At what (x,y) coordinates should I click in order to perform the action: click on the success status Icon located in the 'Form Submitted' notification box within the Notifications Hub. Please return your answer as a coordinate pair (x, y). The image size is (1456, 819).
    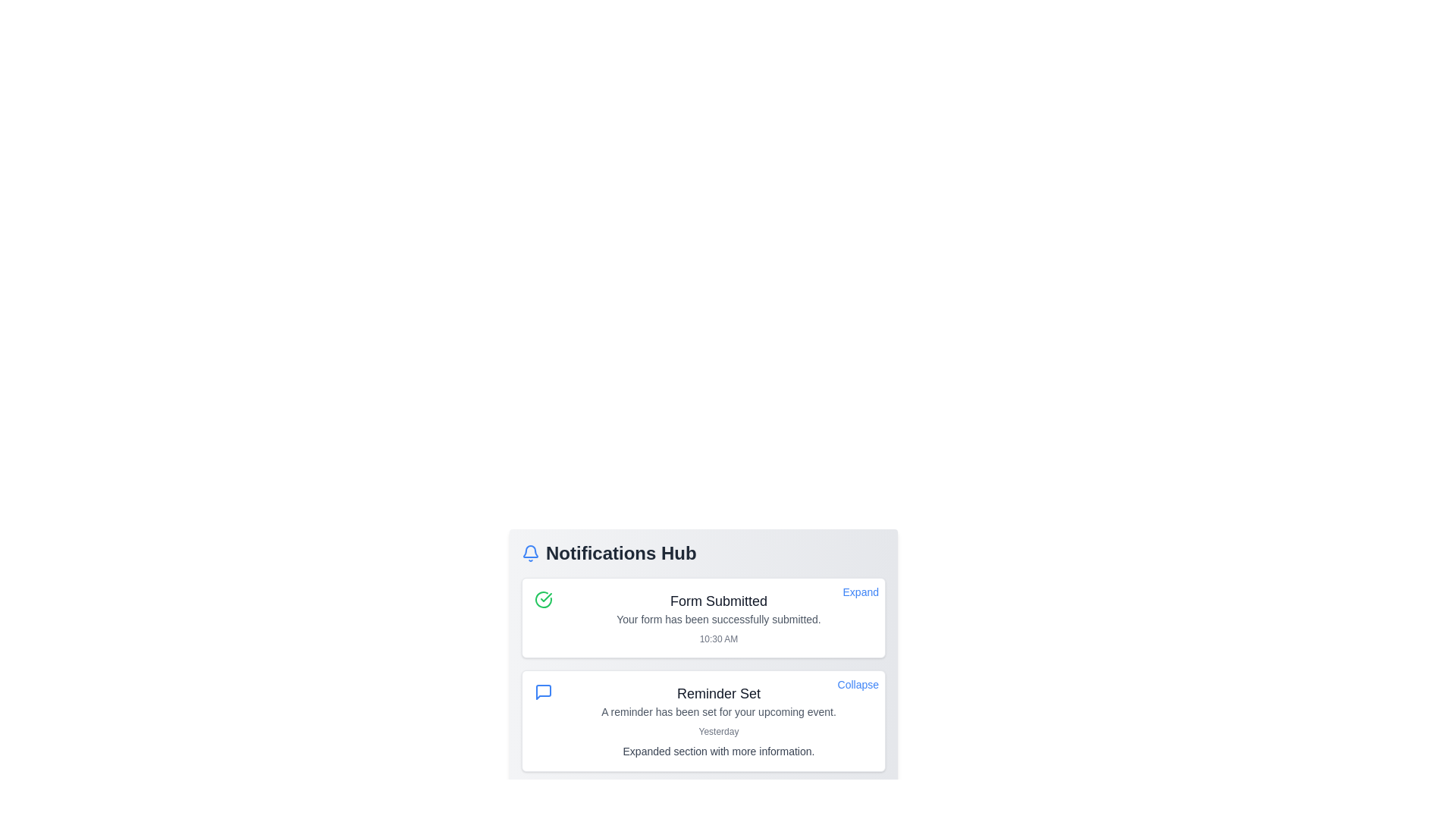
    Looking at the image, I should click on (543, 598).